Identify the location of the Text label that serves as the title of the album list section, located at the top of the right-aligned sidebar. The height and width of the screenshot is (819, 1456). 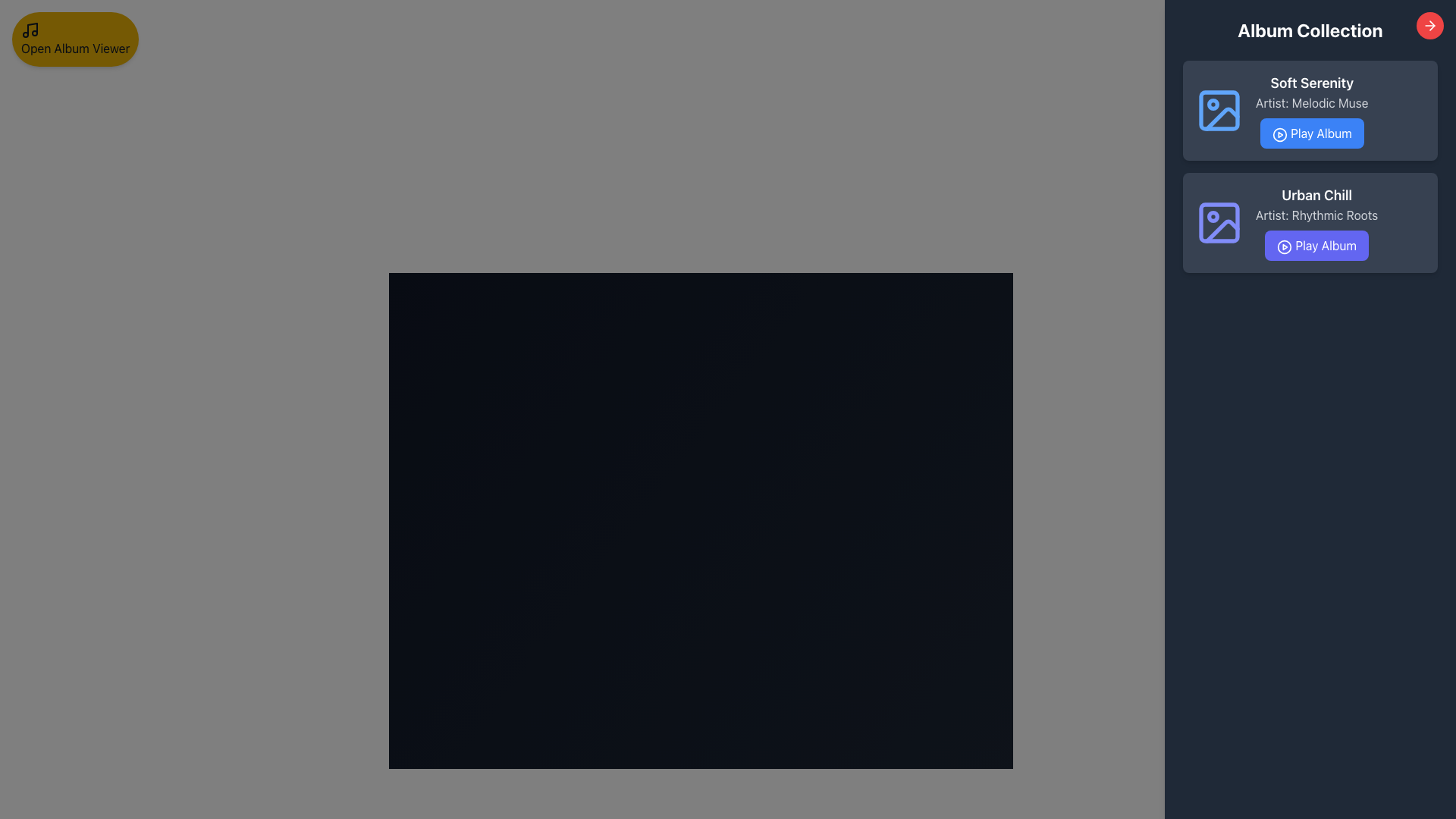
(1310, 30).